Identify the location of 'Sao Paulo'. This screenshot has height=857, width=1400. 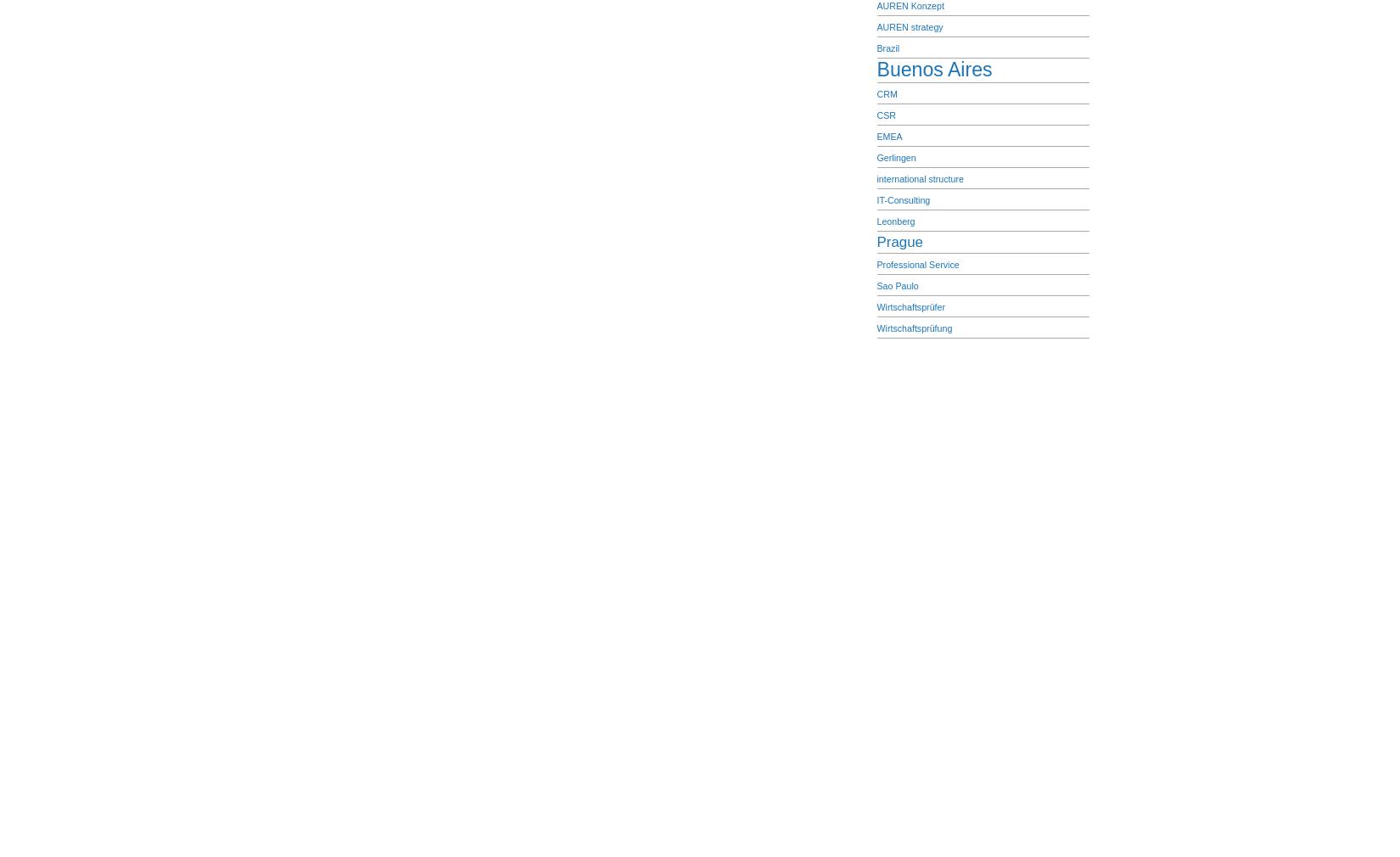
(897, 285).